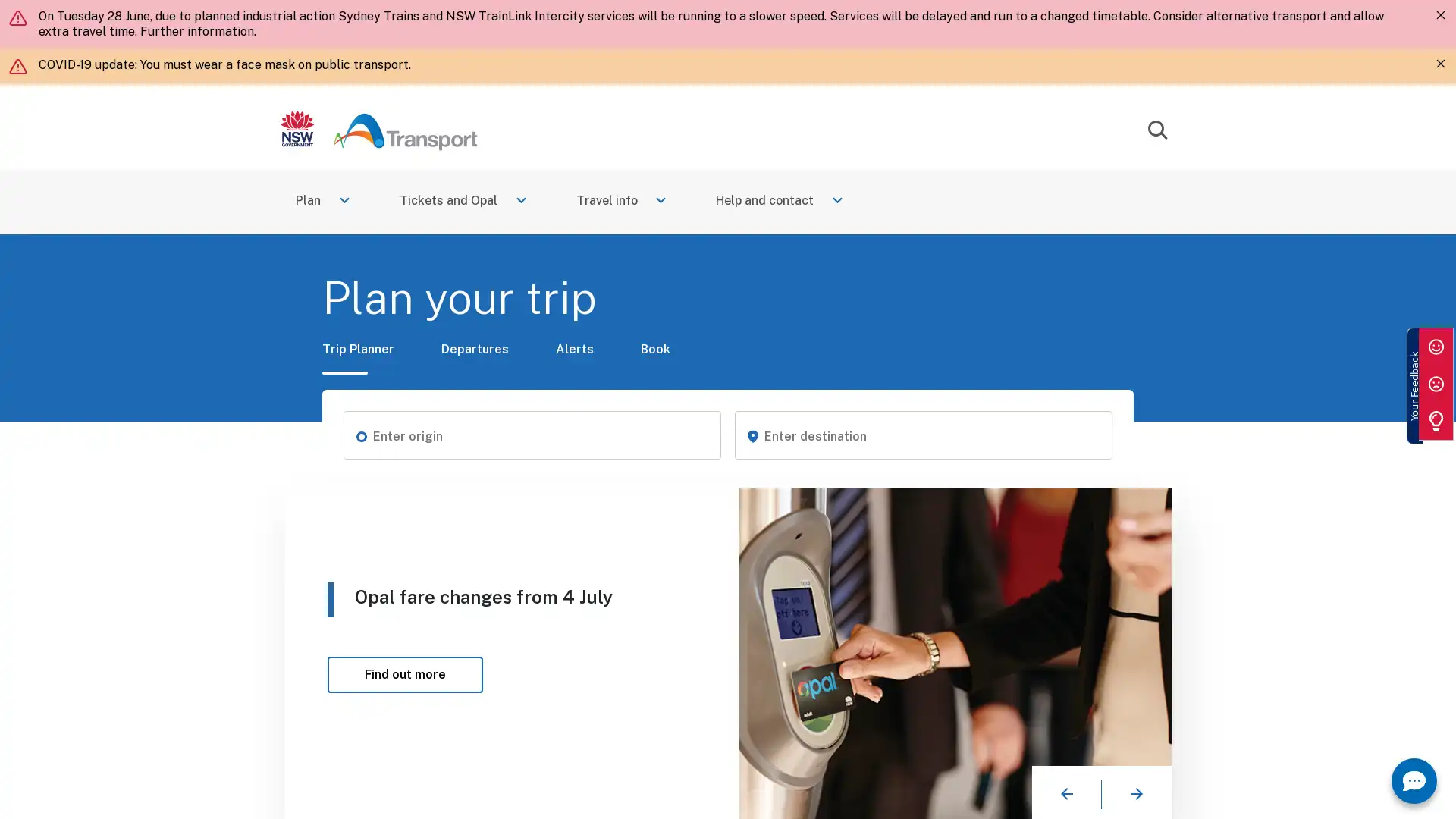  What do you see at coordinates (323, 201) in the screenshot?
I see `Plan` at bounding box center [323, 201].